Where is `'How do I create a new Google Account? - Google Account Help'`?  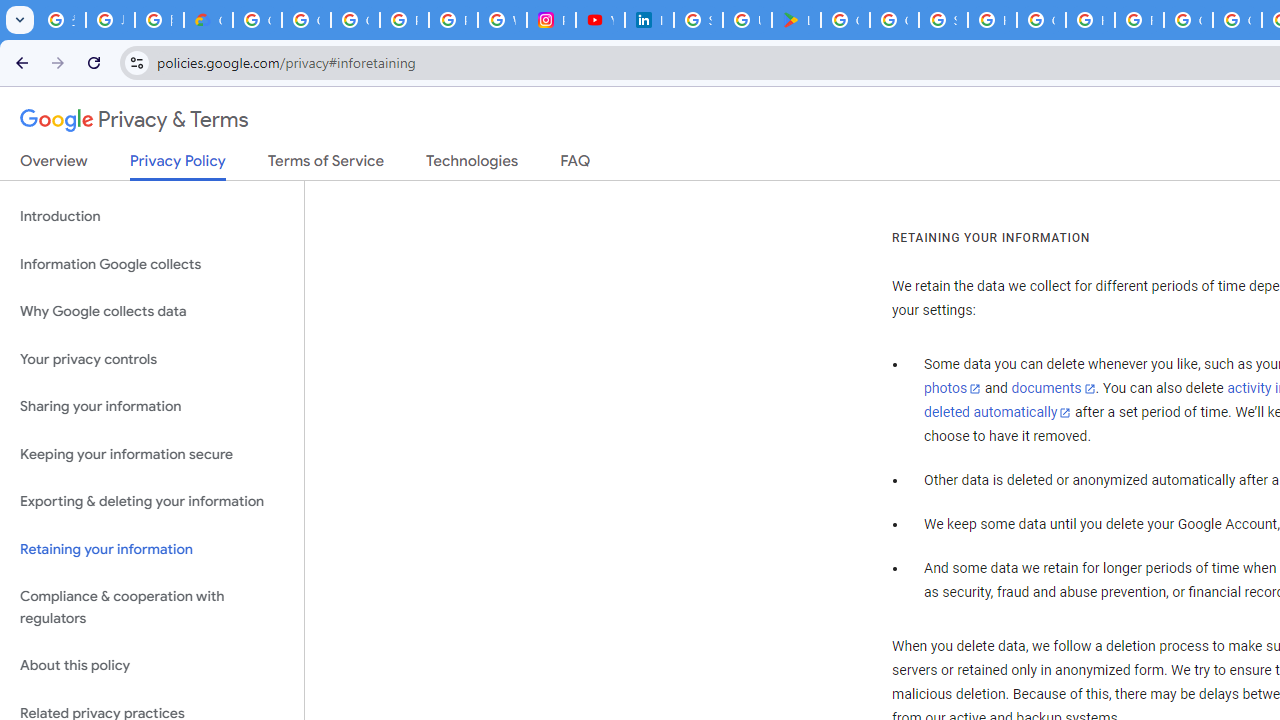 'How do I create a new Google Account? - Google Account Help' is located at coordinates (1089, 20).